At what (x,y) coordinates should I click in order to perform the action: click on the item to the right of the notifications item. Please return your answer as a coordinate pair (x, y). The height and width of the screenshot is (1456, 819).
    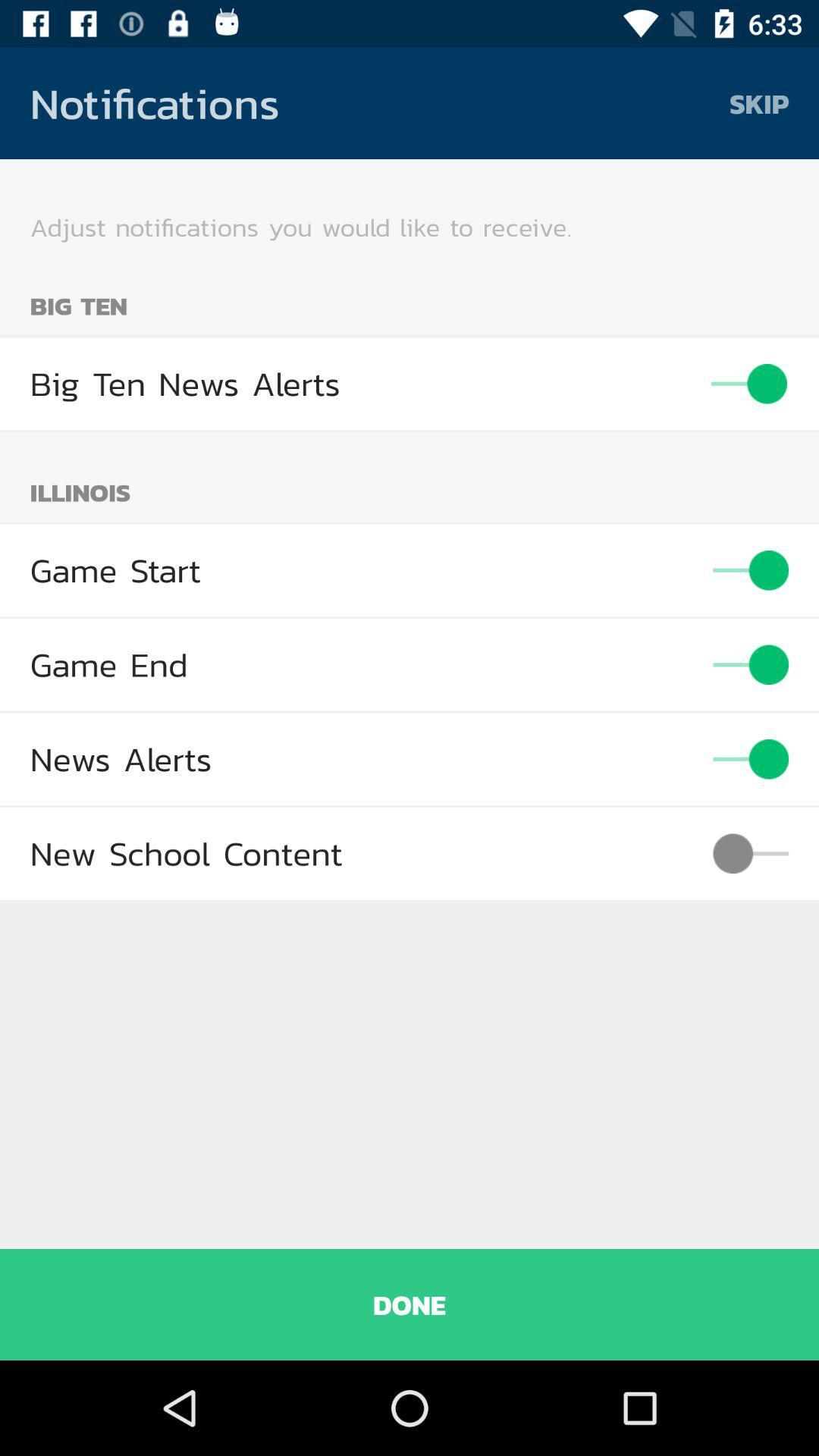
    Looking at the image, I should click on (759, 102).